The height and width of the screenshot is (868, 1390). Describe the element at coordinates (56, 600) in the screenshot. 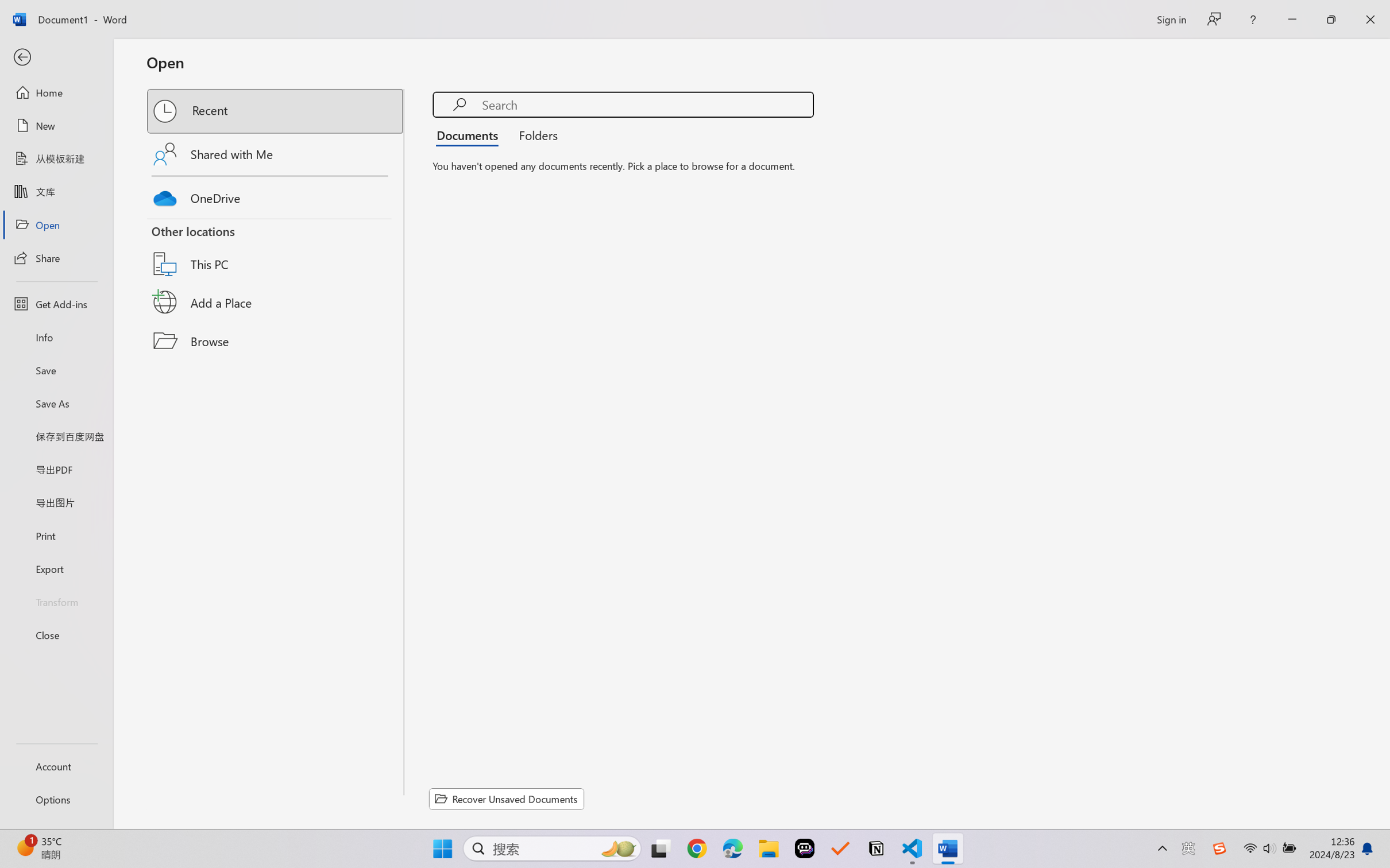

I see `'Transform'` at that location.